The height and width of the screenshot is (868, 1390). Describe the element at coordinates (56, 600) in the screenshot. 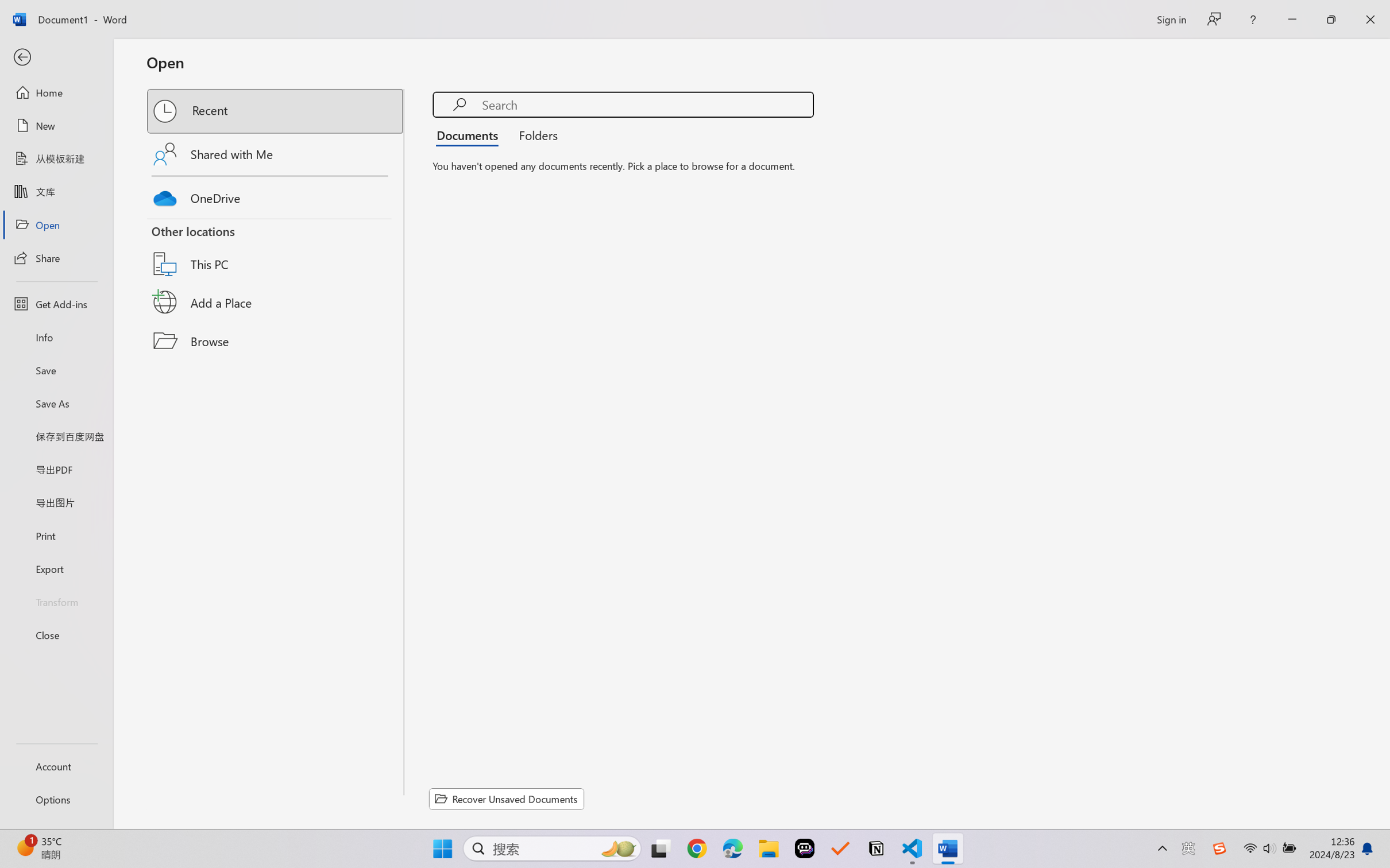

I see `'Transform'` at that location.